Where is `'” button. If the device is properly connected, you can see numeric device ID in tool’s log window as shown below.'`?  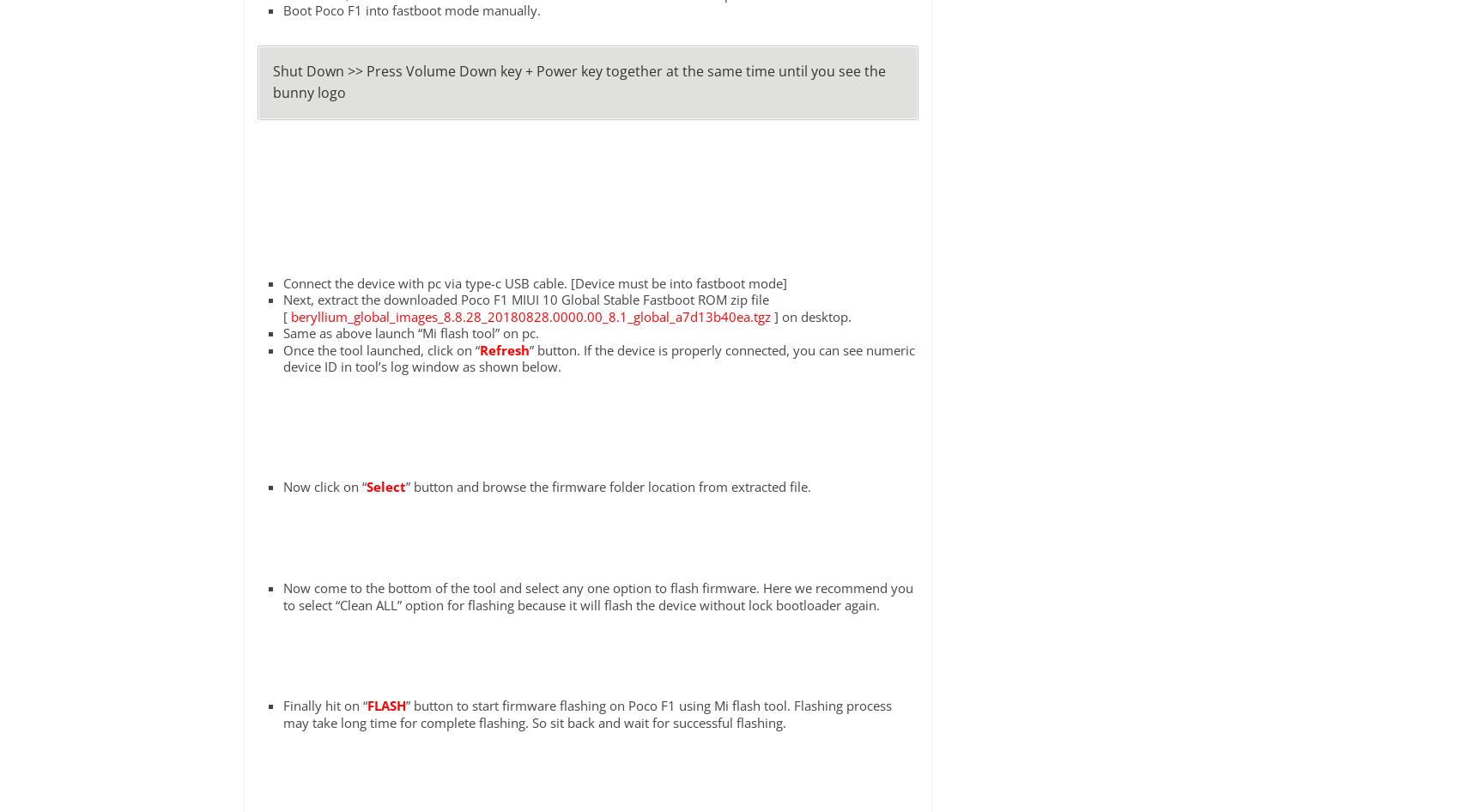 '” button. If the device is properly connected, you can see numeric device ID in tool’s log window as shown below.' is located at coordinates (597, 356).